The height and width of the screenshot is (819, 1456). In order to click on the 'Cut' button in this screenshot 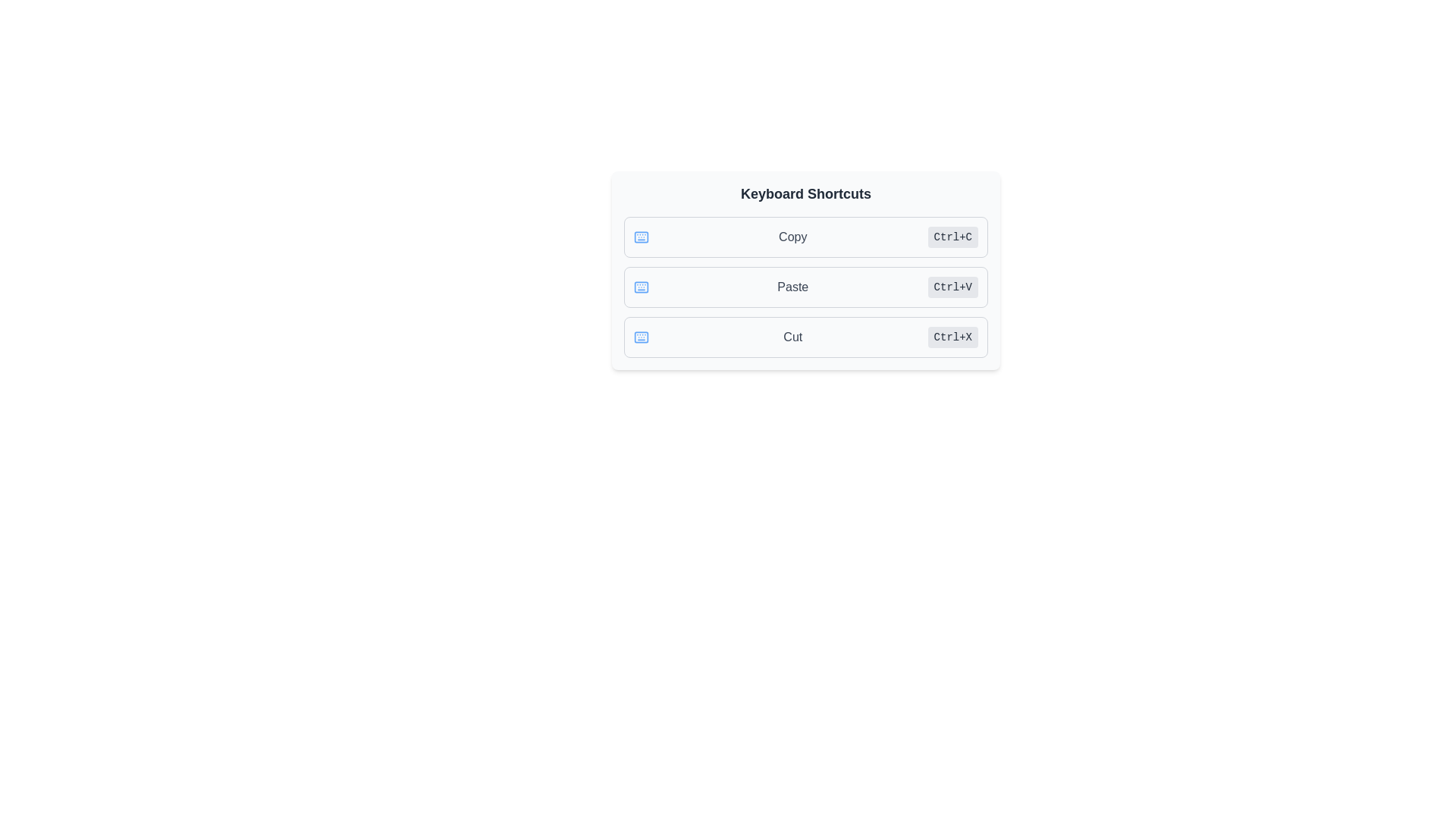, I will do `click(805, 336)`.